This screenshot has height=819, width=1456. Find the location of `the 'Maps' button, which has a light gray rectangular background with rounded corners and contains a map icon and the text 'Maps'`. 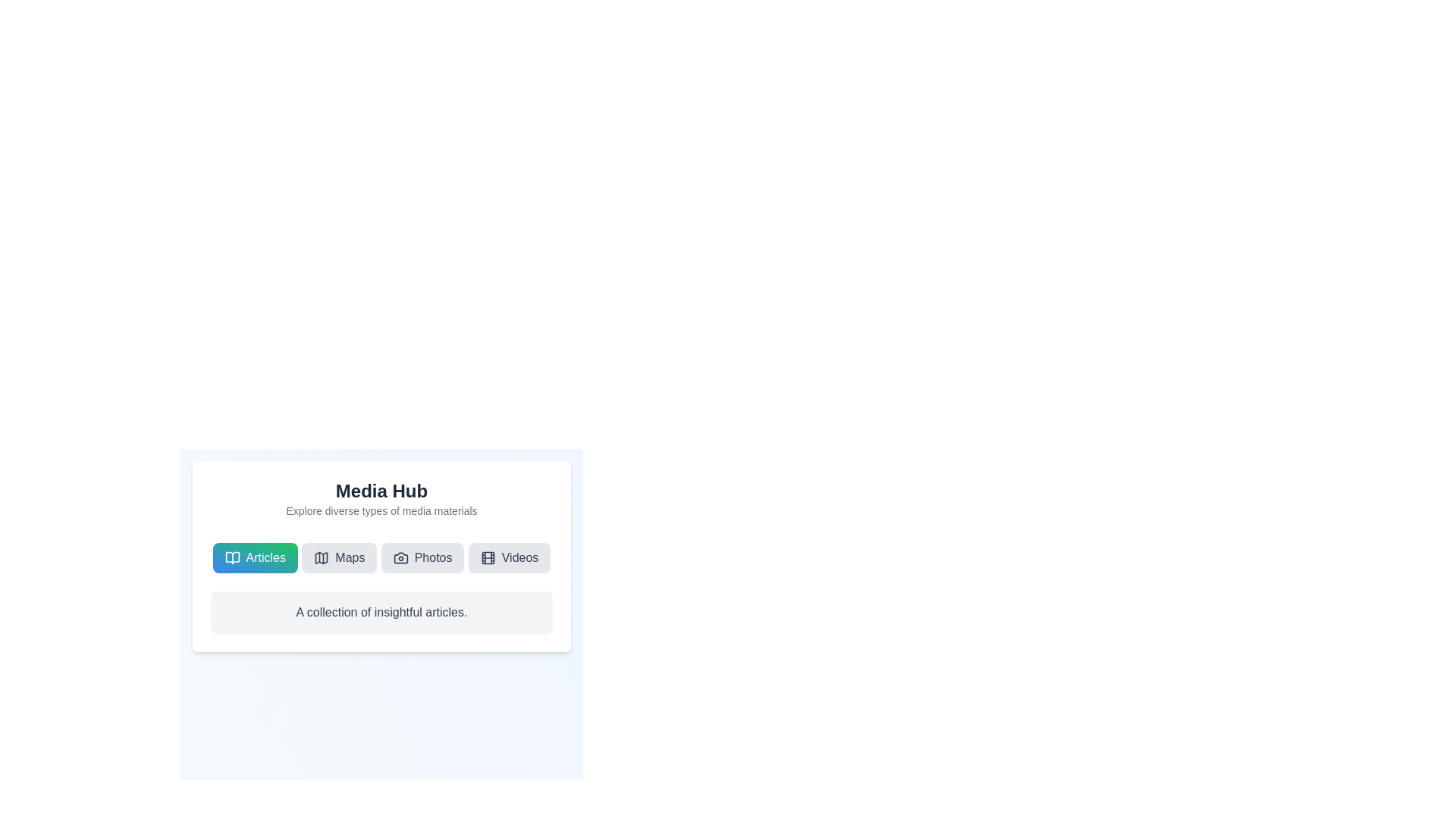

the 'Maps' button, which has a light gray rectangular background with rounded corners and contains a map icon and the text 'Maps' is located at coordinates (338, 558).